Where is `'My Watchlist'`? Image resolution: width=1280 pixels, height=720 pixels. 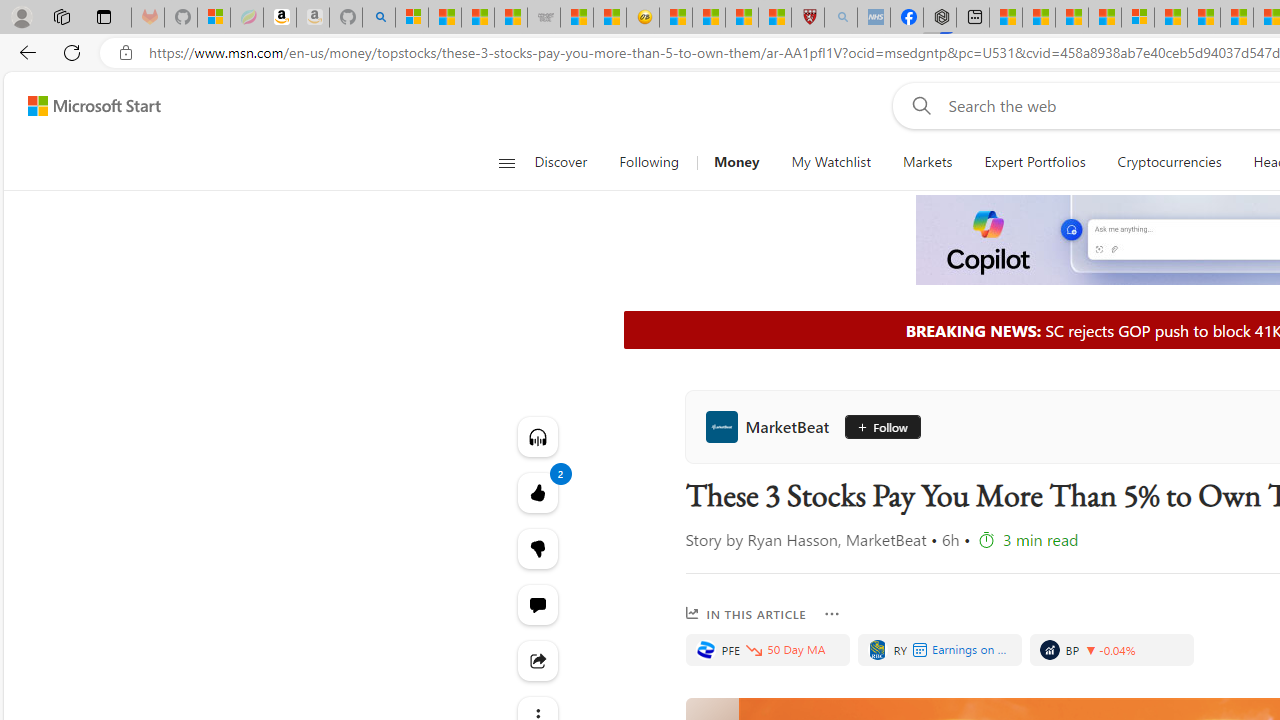
'My Watchlist' is located at coordinates (830, 162).